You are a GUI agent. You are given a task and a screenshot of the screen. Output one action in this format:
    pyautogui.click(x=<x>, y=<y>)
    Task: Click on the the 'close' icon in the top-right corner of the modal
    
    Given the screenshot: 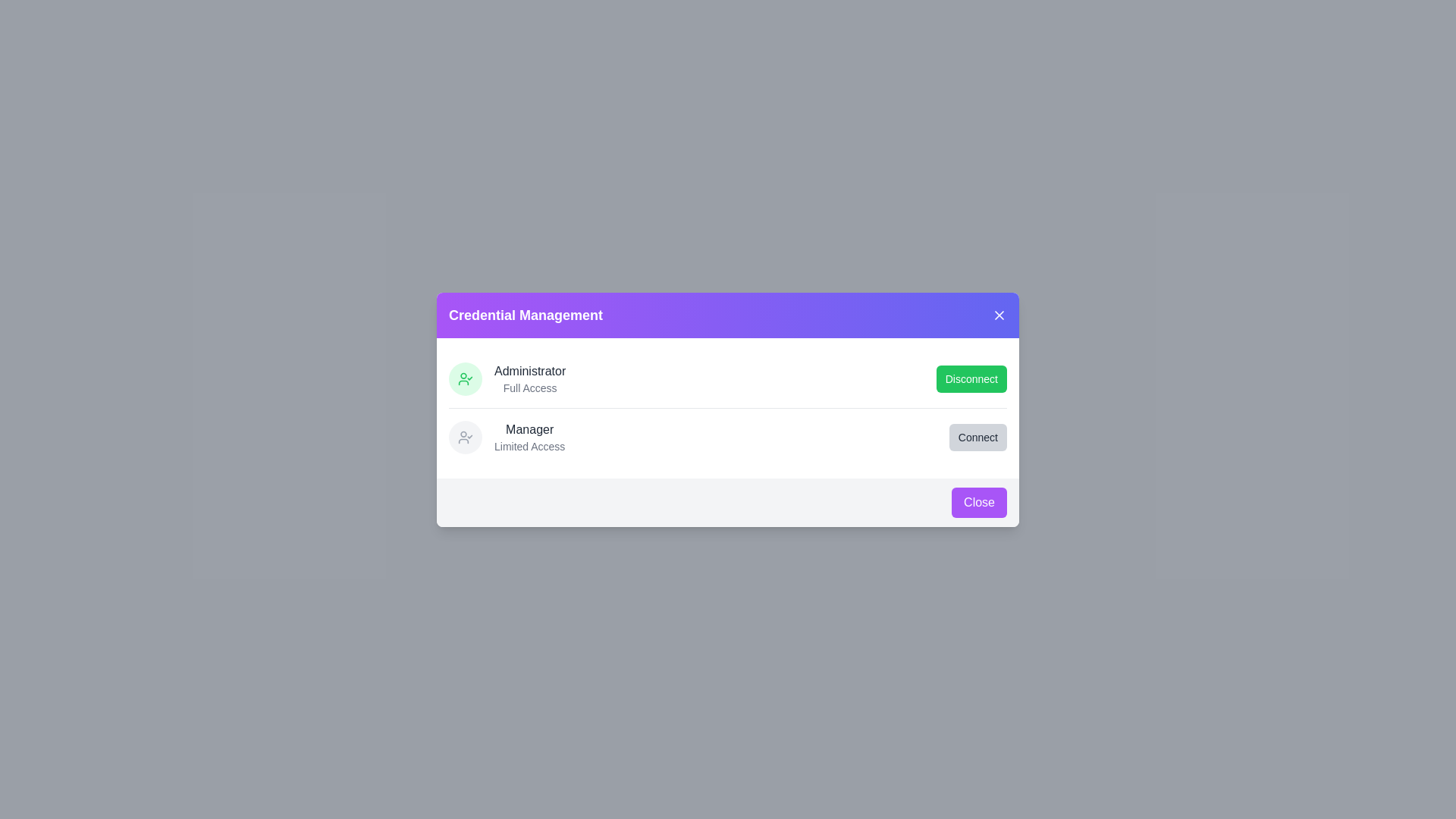 What is the action you would take?
    pyautogui.click(x=999, y=314)
    